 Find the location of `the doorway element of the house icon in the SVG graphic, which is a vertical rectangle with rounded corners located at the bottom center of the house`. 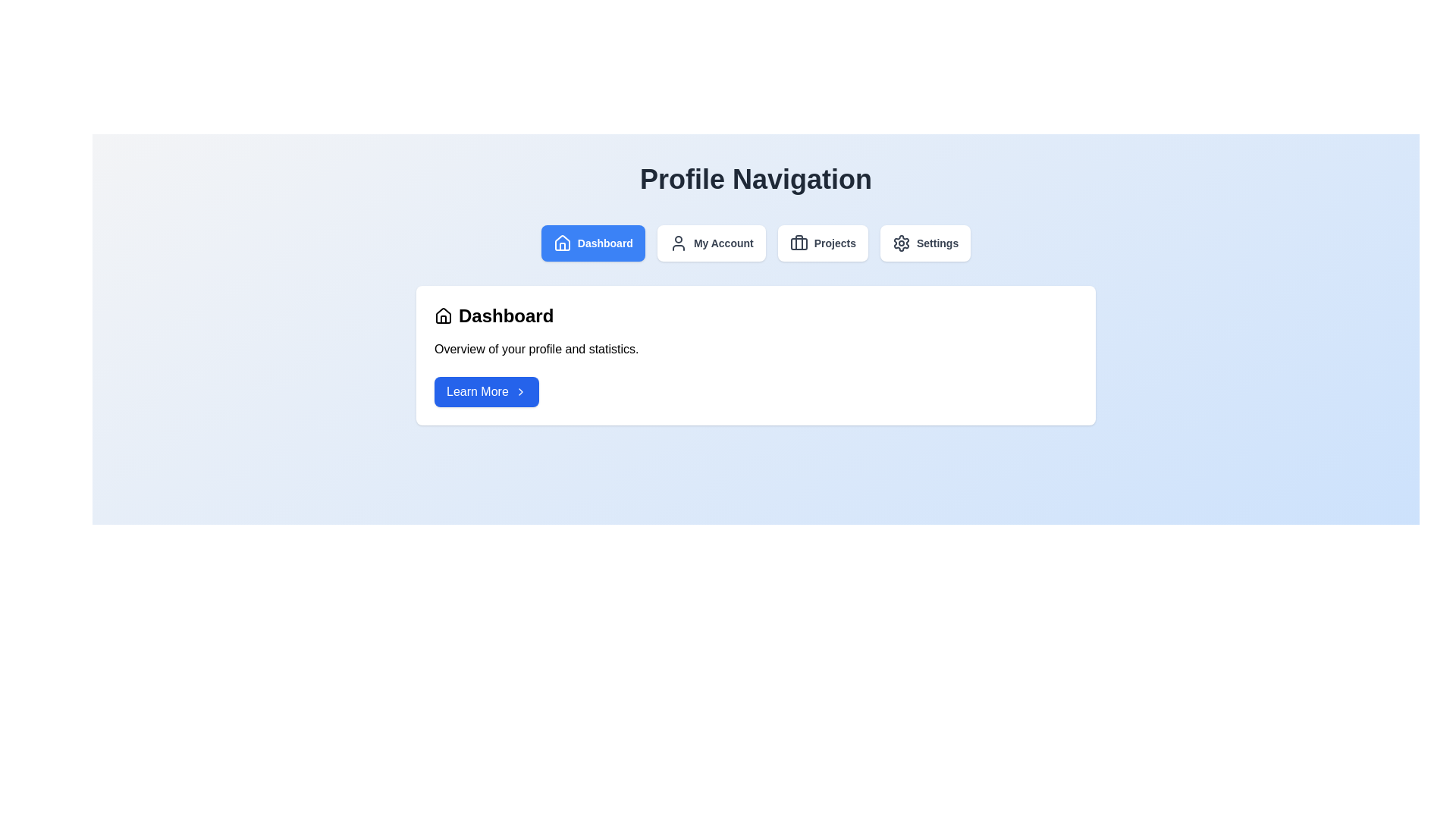

the doorway element of the house icon in the SVG graphic, which is a vertical rectangle with rounded corners located at the bottom center of the house is located at coordinates (561, 246).